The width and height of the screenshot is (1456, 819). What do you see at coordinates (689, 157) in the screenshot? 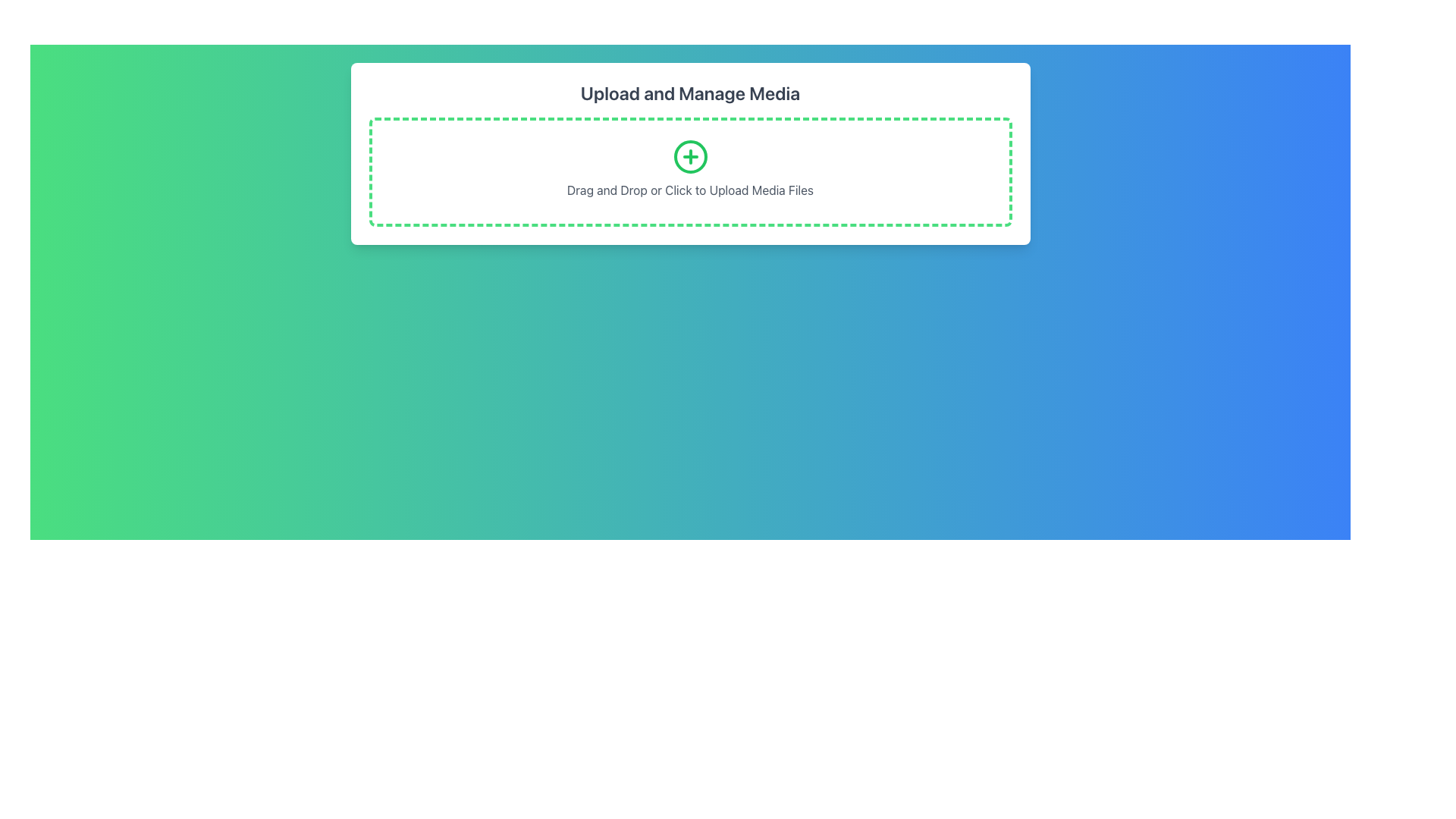
I see `the Add/Upload icon located in the center of the interface above the text 'Drag and Drop or Click to Upload Media Files' to initiate the upload process` at bounding box center [689, 157].